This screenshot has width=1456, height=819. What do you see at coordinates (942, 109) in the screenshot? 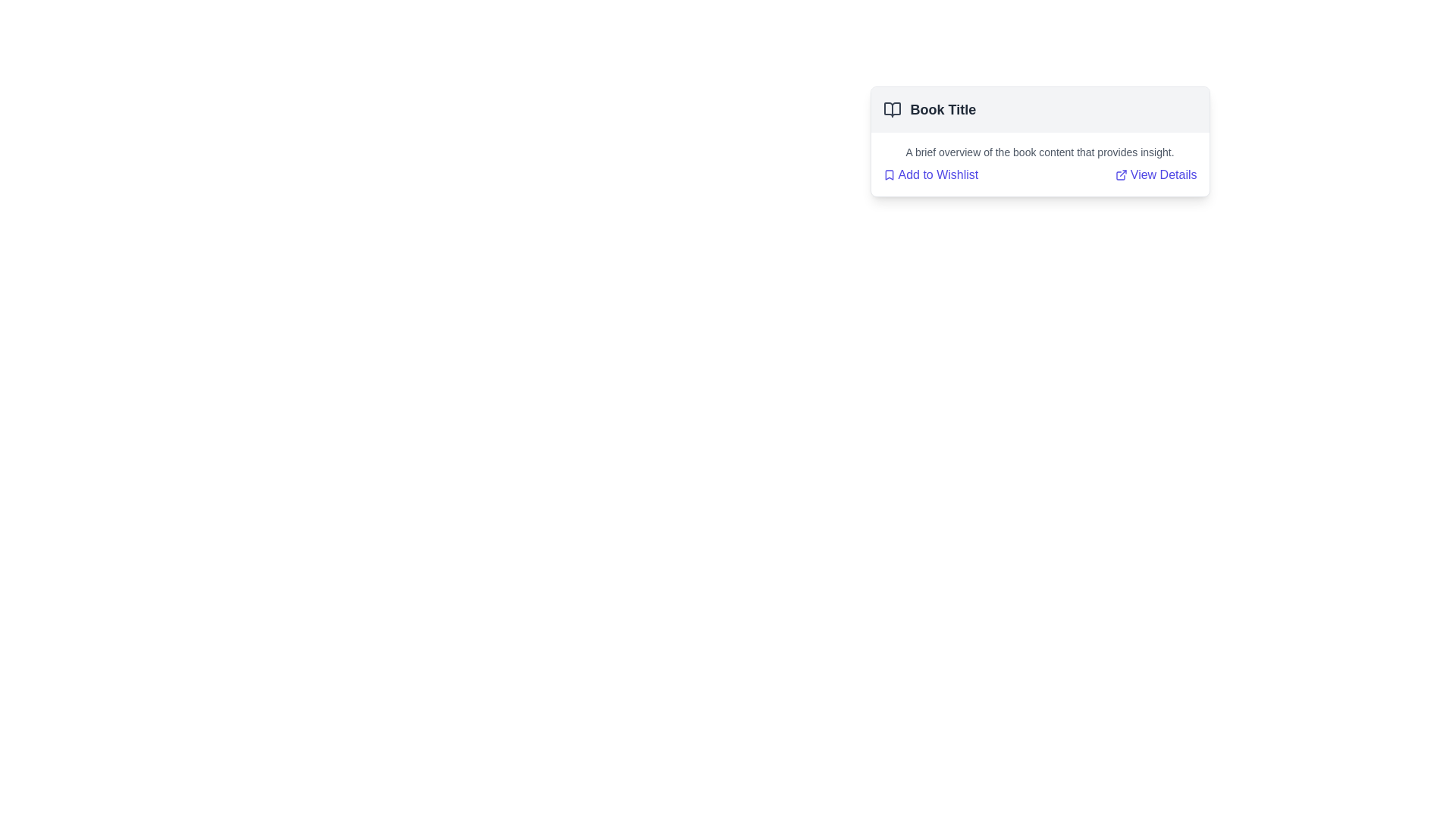
I see `the text label displaying 'Book Title' in bold, located on the right side of a book icon` at bounding box center [942, 109].